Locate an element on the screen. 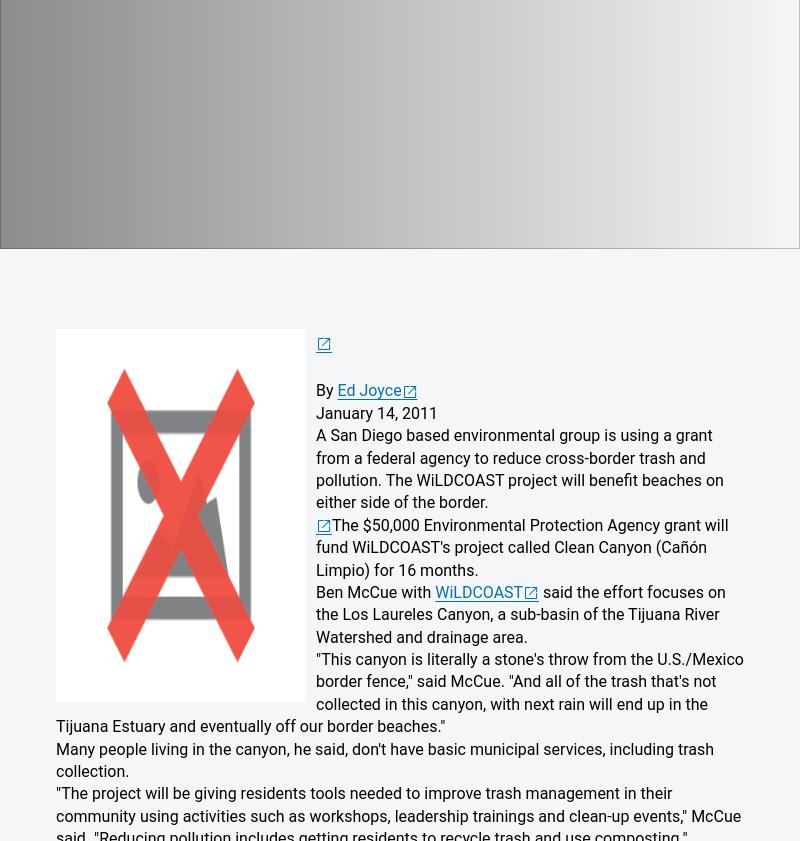  'By' is located at coordinates (325, 389).